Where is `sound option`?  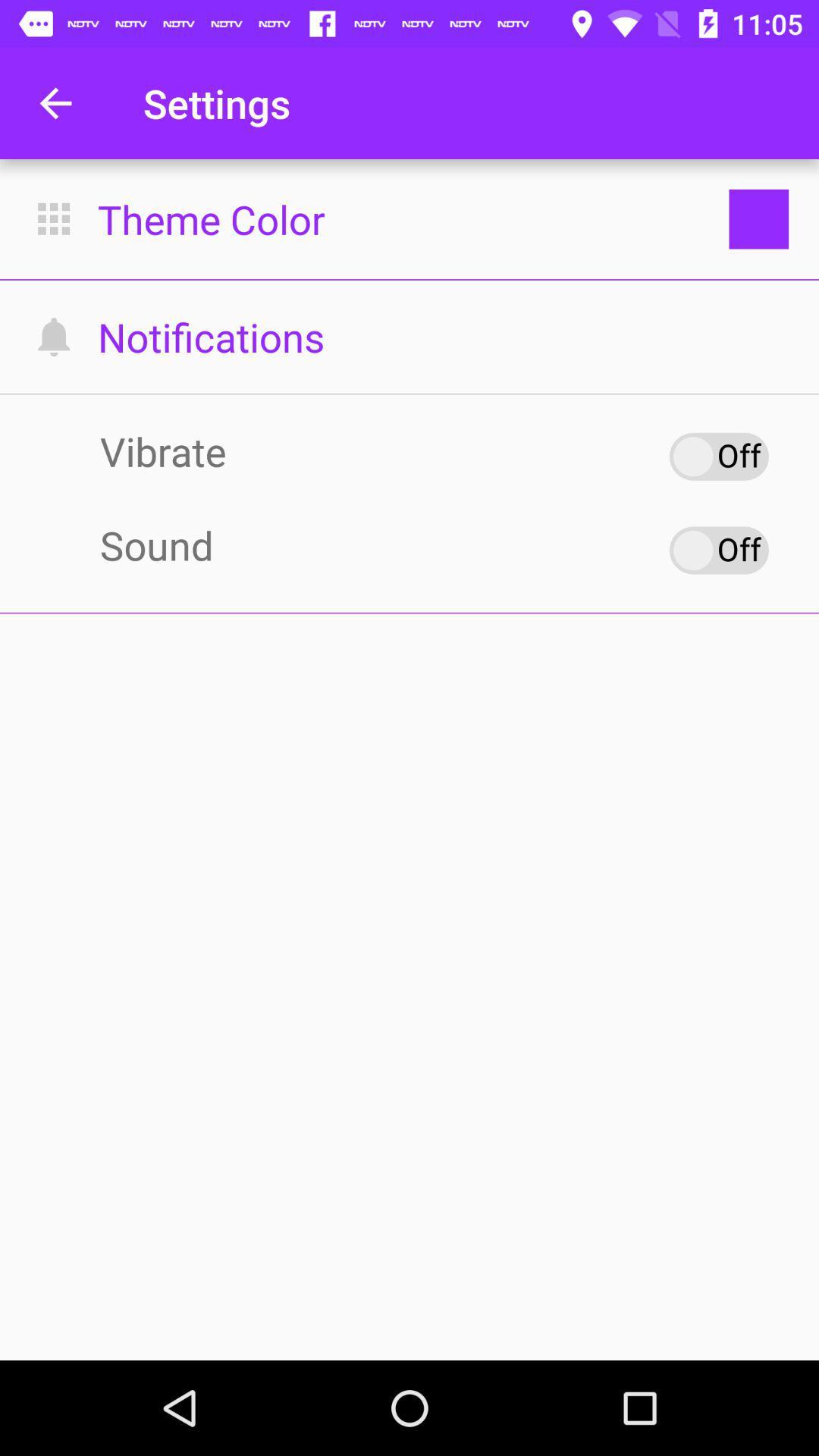
sound option is located at coordinates (718, 549).